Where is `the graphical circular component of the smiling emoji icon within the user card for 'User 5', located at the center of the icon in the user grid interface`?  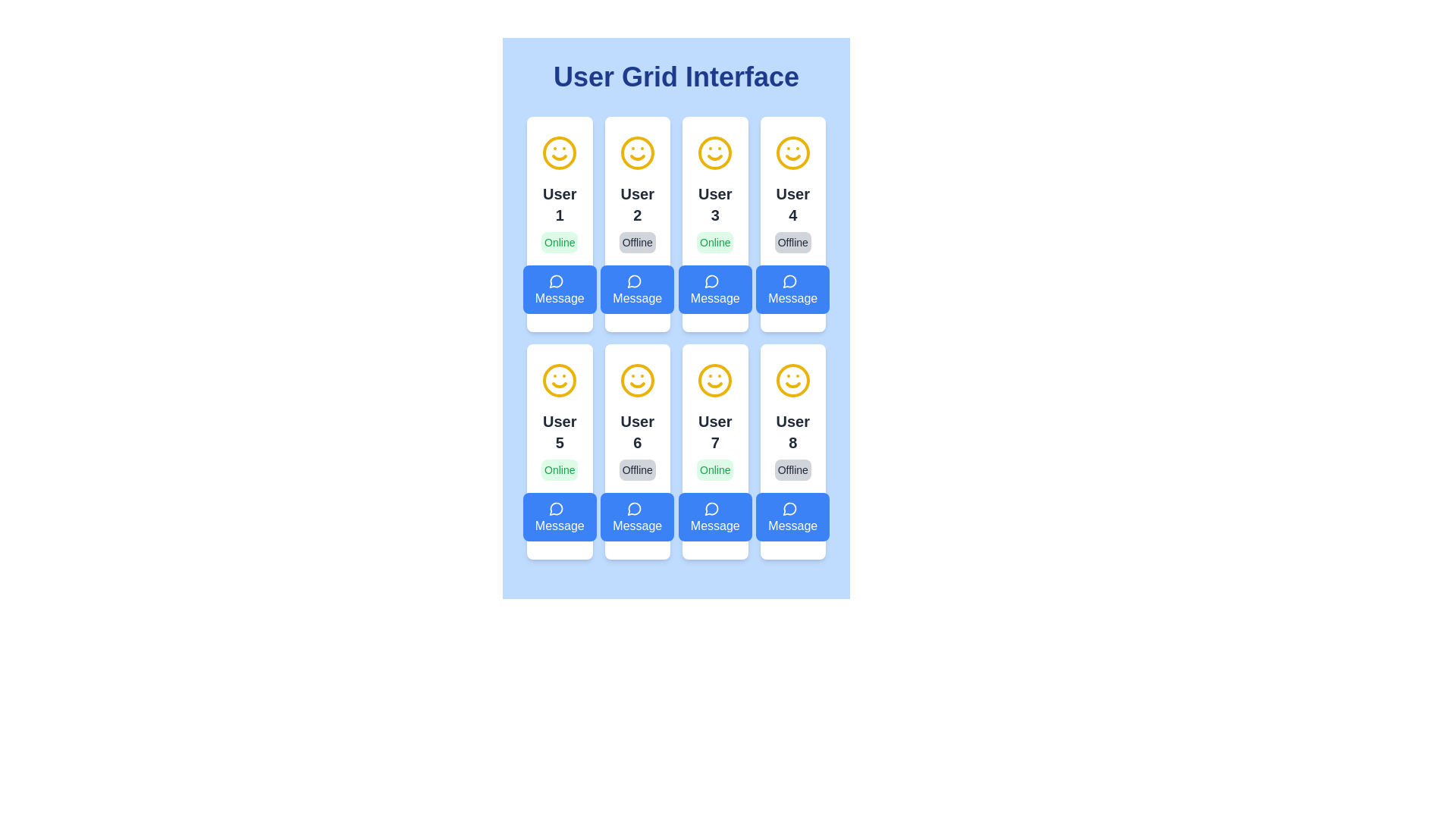
the graphical circular component of the smiling emoji icon within the user card for 'User 5', located at the center of the icon in the user grid interface is located at coordinates (559, 379).